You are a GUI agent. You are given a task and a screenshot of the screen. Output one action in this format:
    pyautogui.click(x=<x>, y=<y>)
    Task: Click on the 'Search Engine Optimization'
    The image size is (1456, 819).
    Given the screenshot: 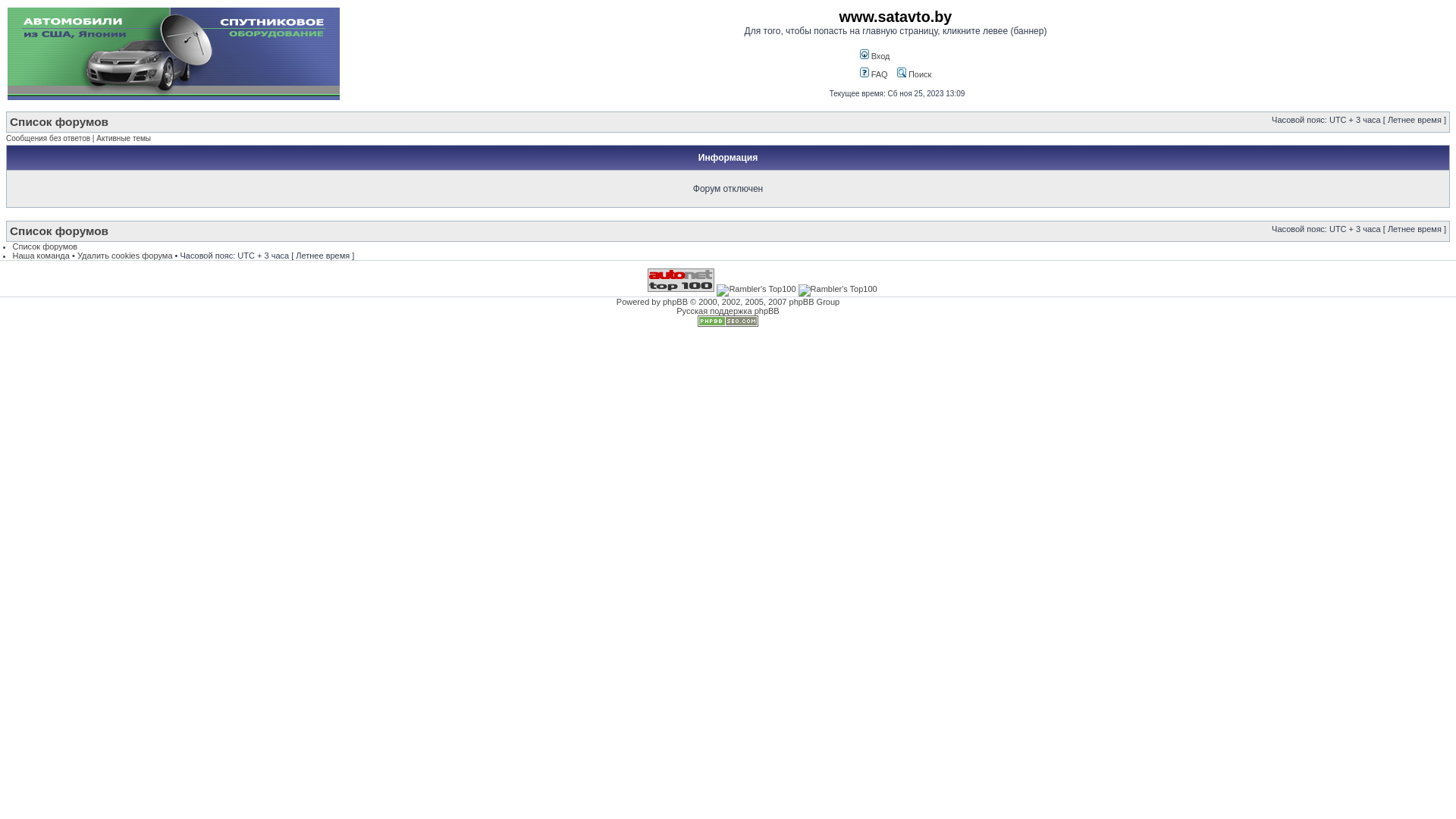 What is the action you would take?
    pyautogui.click(x=728, y=323)
    